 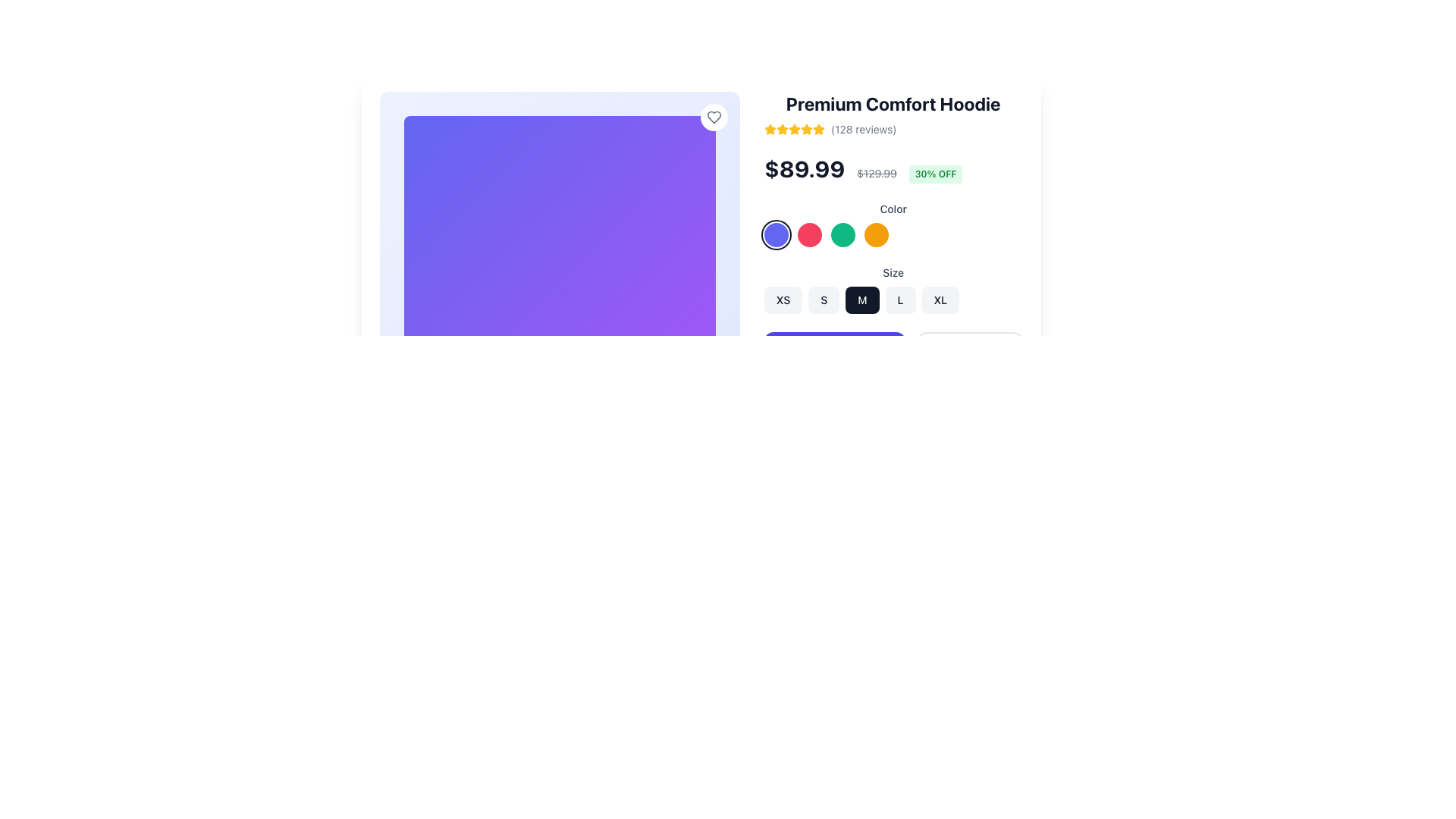 I want to click on the 'XL' size selection button located in the size selection section below the color options, so click(x=940, y=300).